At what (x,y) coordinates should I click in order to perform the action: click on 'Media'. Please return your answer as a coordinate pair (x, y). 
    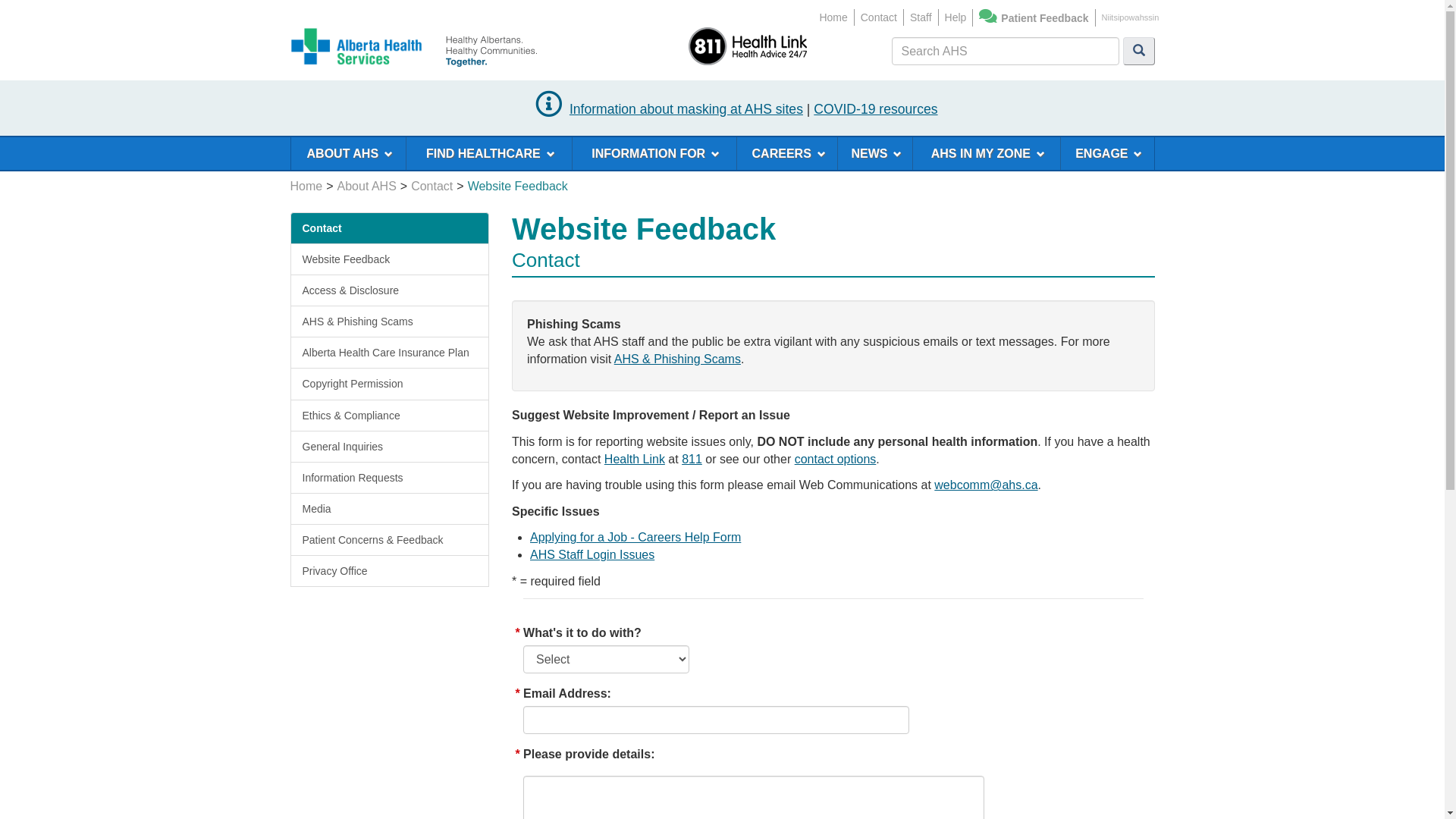
    Looking at the image, I should click on (290, 509).